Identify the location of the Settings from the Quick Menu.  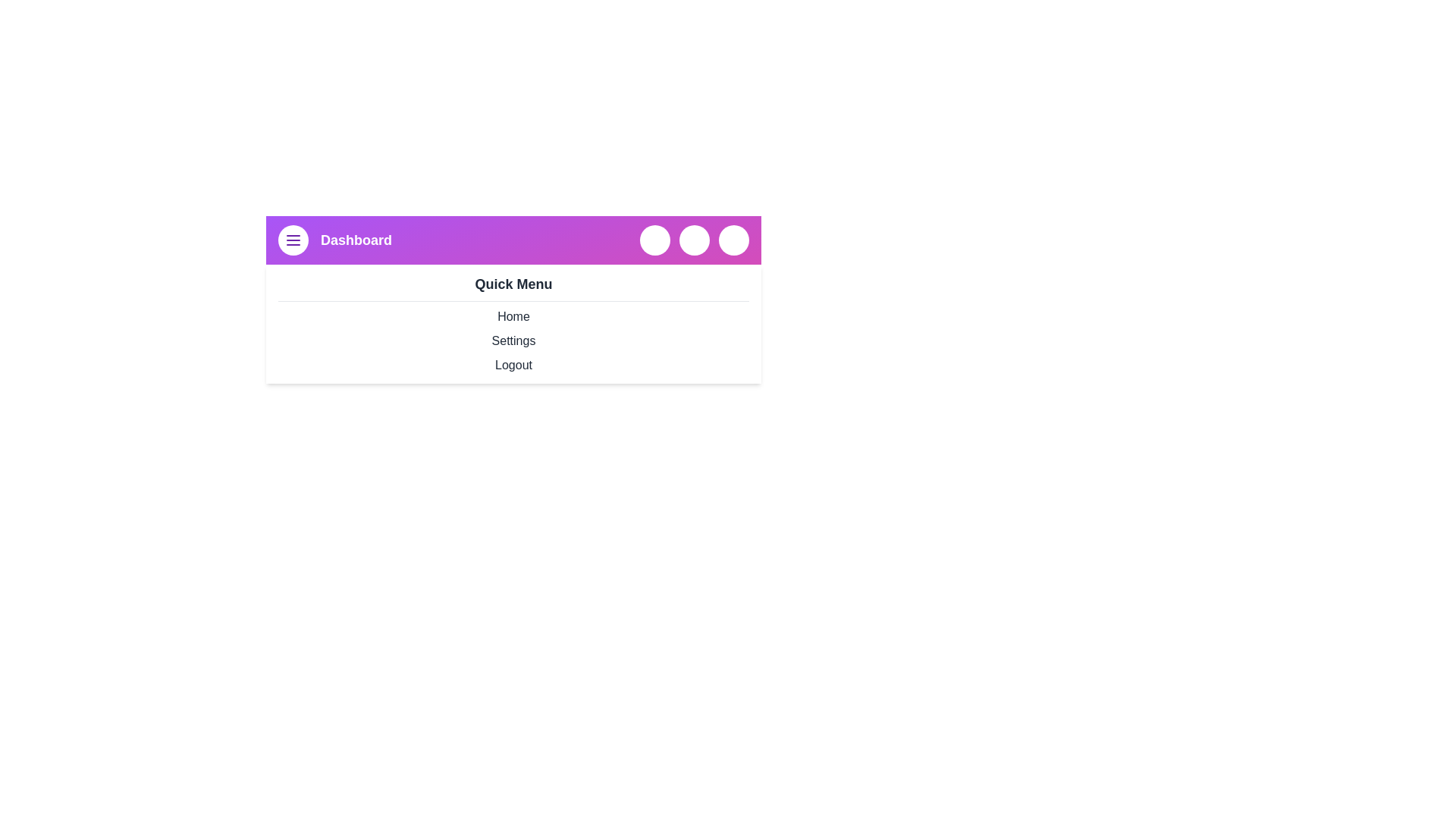
(513, 341).